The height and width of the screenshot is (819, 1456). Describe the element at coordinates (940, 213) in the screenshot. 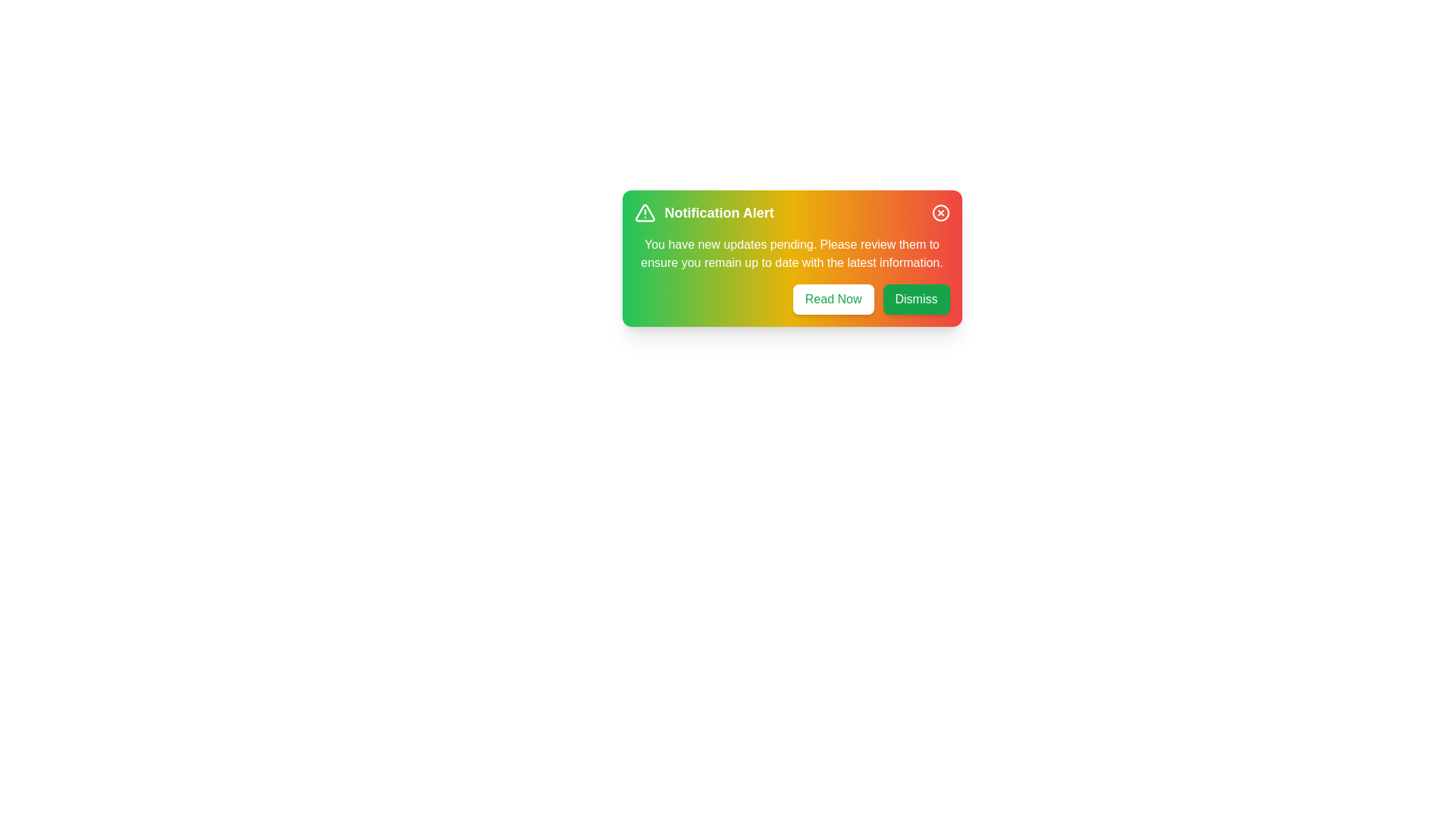

I see `the close button to close the notification panel` at that location.